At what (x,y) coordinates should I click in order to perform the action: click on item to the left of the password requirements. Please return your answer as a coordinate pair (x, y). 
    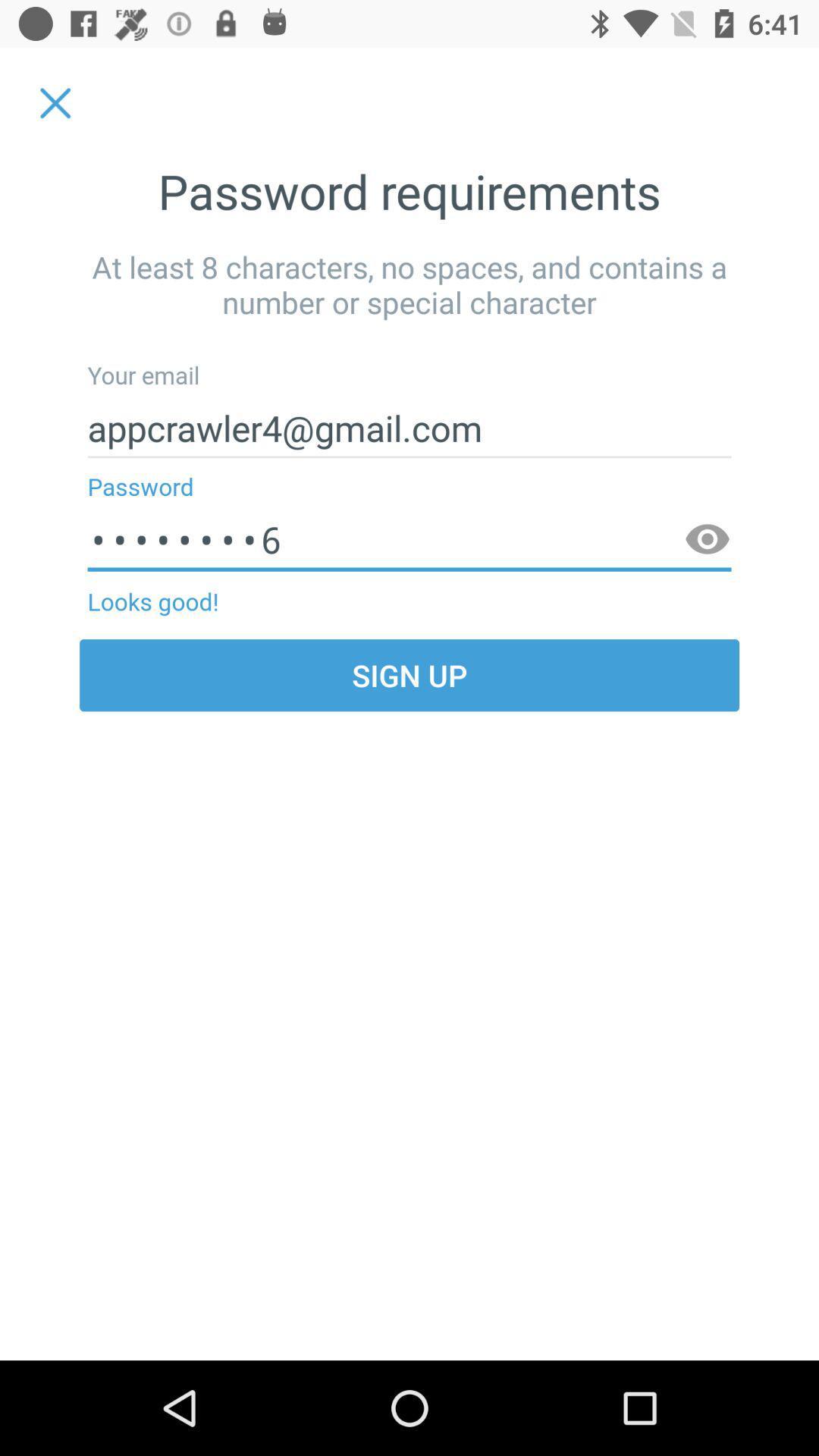
    Looking at the image, I should click on (55, 102).